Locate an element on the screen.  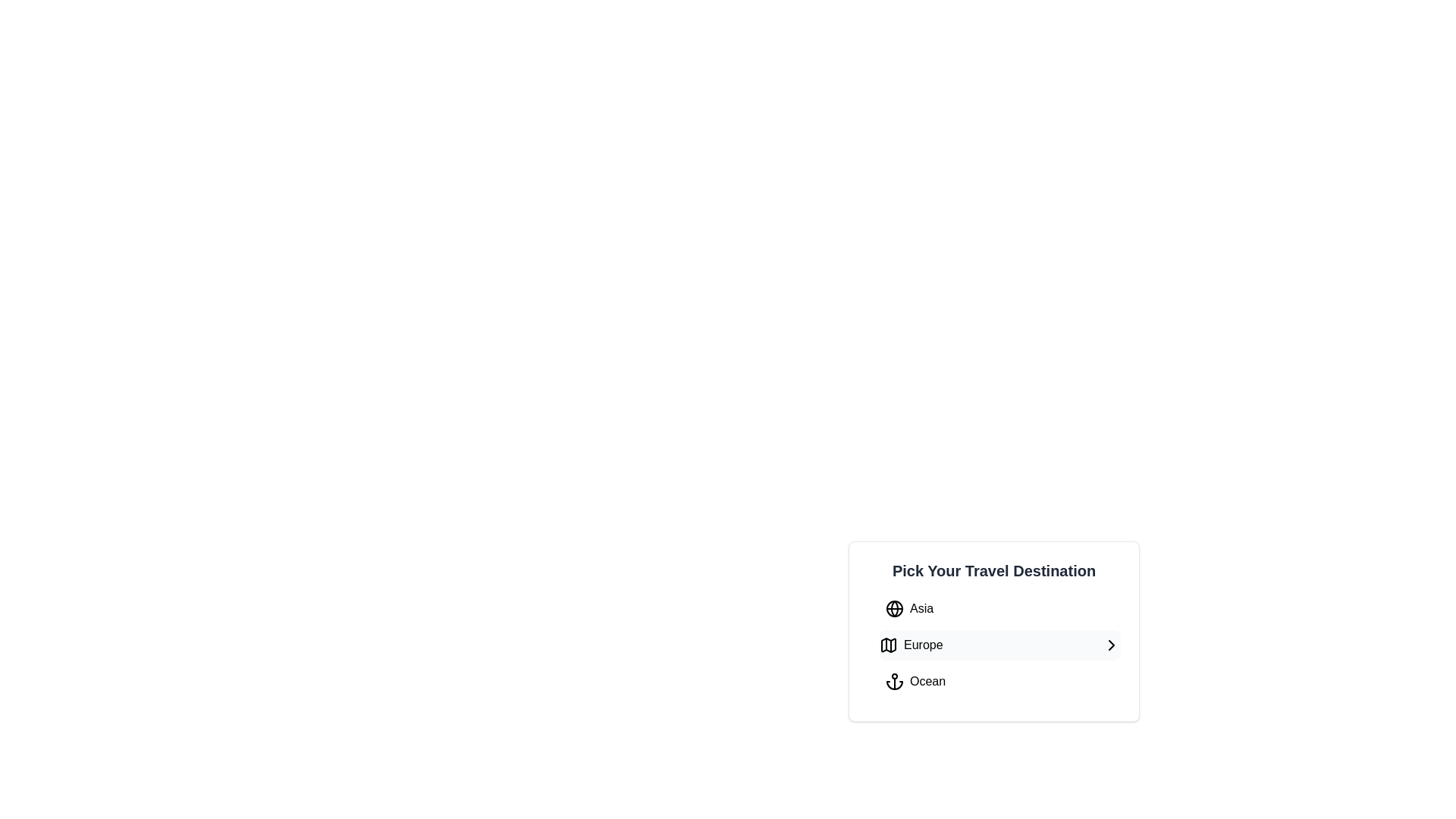
the 'Asia' selectable list item in the 'Pick Your Travel Destination' section is located at coordinates (1000, 607).